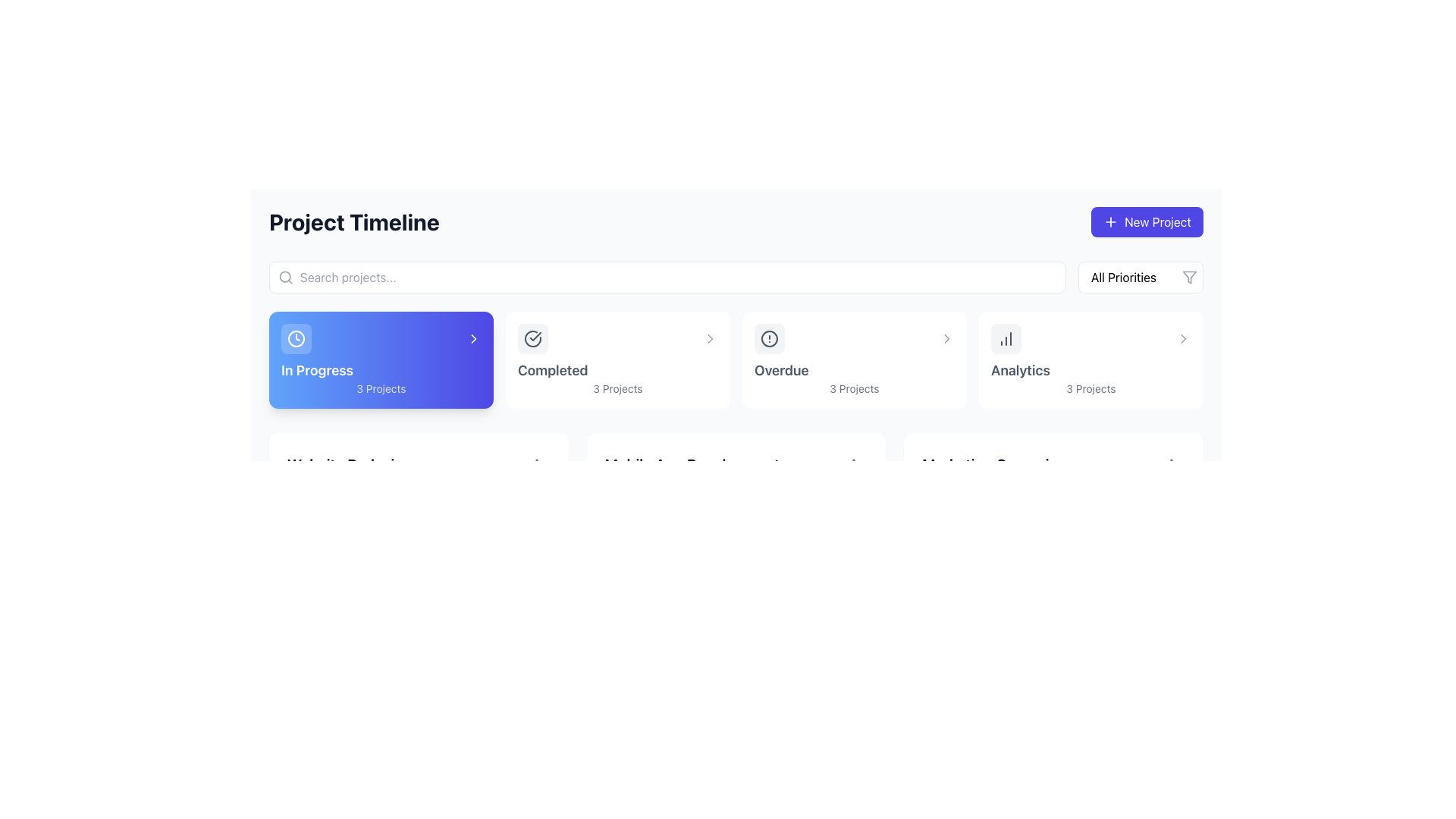  What do you see at coordinates (618, 388) in the screenshot?
I see `the text label displaying '3 Projects' located beneath 'Completed' in the project overview section` at bounding box center [618, 388].